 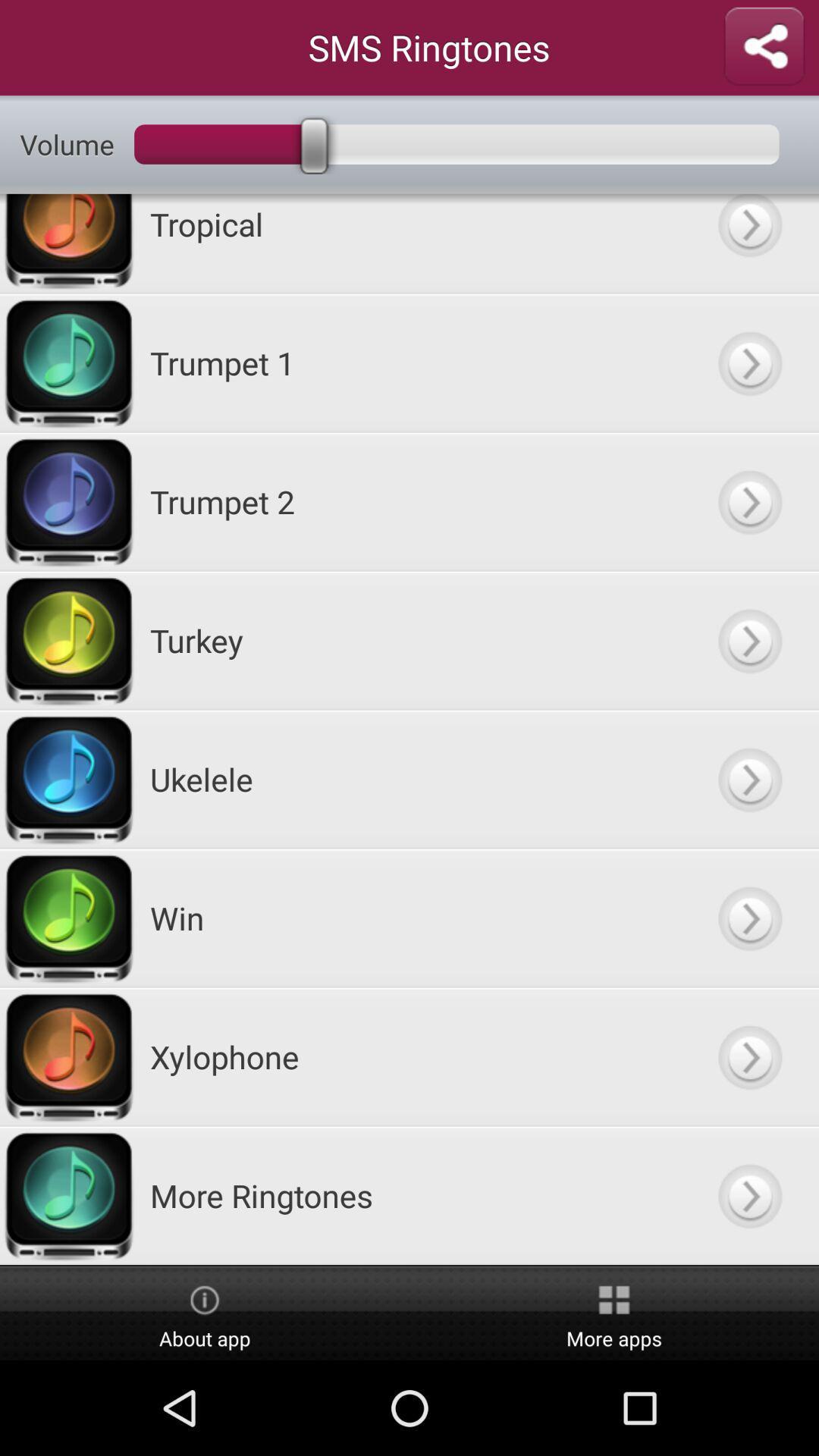 I want to click on tap to select, so click(x=748, y=362).